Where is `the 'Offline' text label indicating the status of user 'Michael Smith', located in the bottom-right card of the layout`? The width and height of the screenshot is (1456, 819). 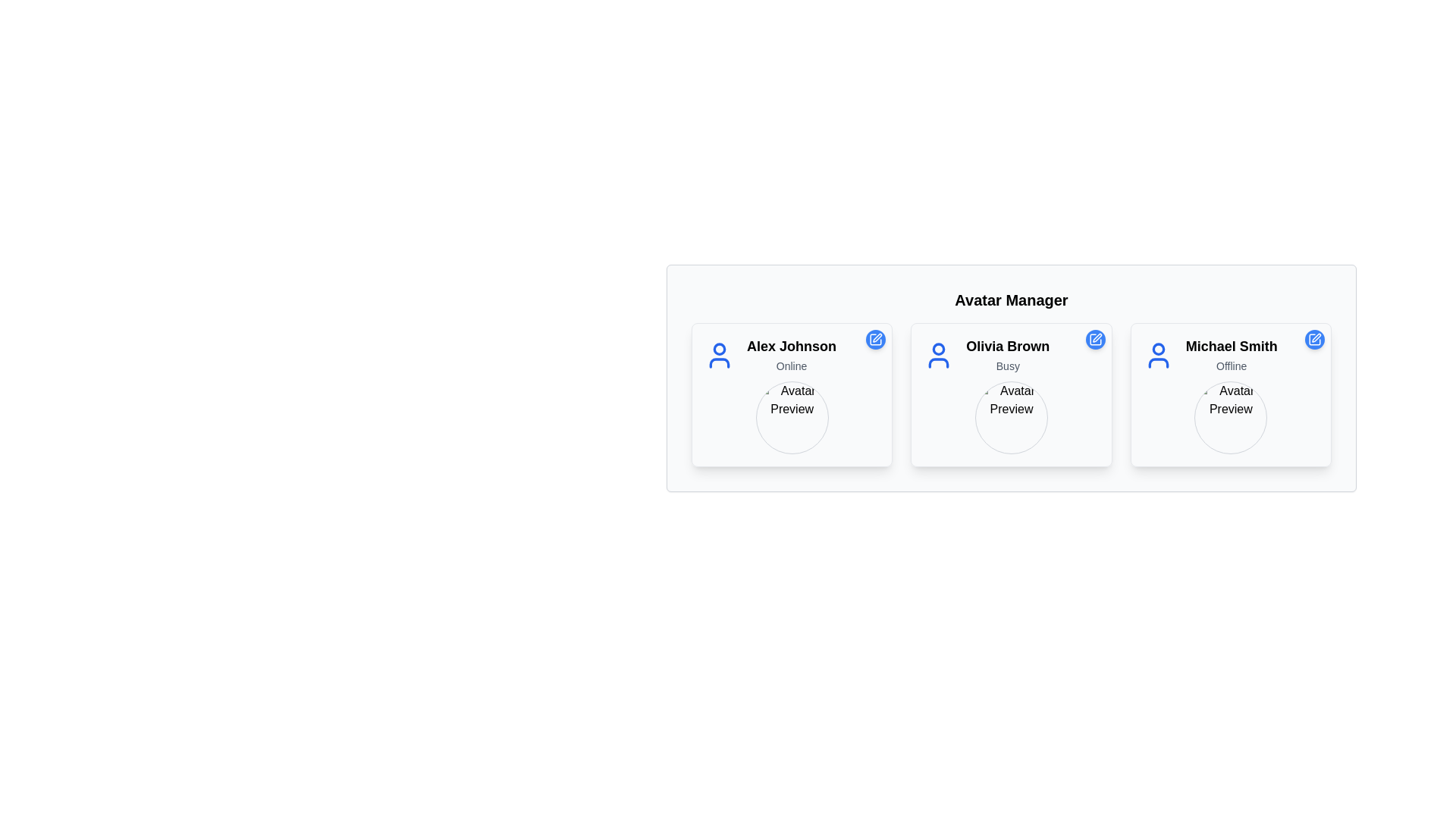 the 'Offline' text label indicating the status of user 'Michael Smith', located in the bottom-right card of the layout is located at coordinates (1232, 366).